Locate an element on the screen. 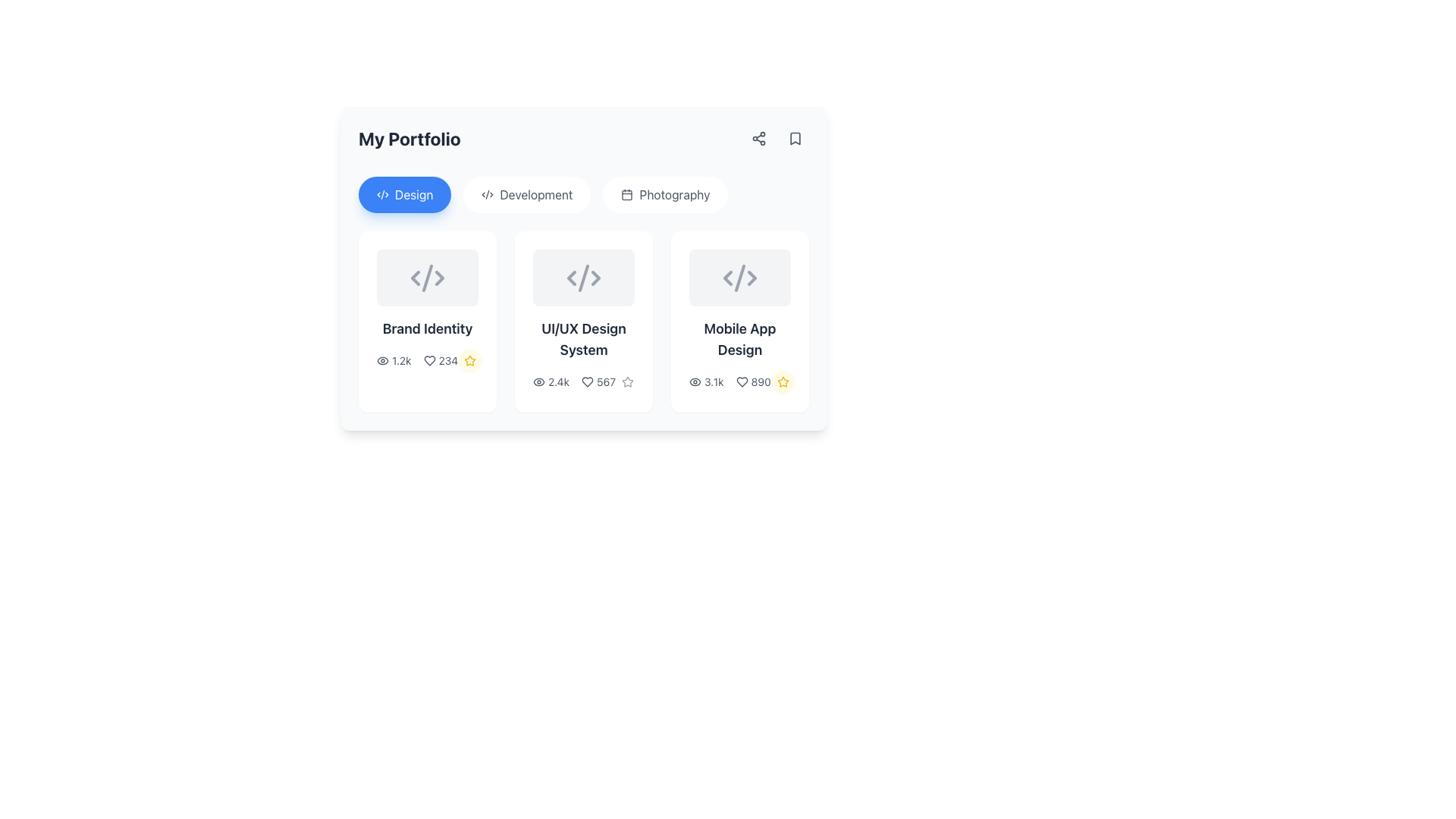  the eye icon in the Text and icon group displaying '2.4k' count, located near the bottom of the 'UI/UX Design System' card is located at coordinates (573, 381).